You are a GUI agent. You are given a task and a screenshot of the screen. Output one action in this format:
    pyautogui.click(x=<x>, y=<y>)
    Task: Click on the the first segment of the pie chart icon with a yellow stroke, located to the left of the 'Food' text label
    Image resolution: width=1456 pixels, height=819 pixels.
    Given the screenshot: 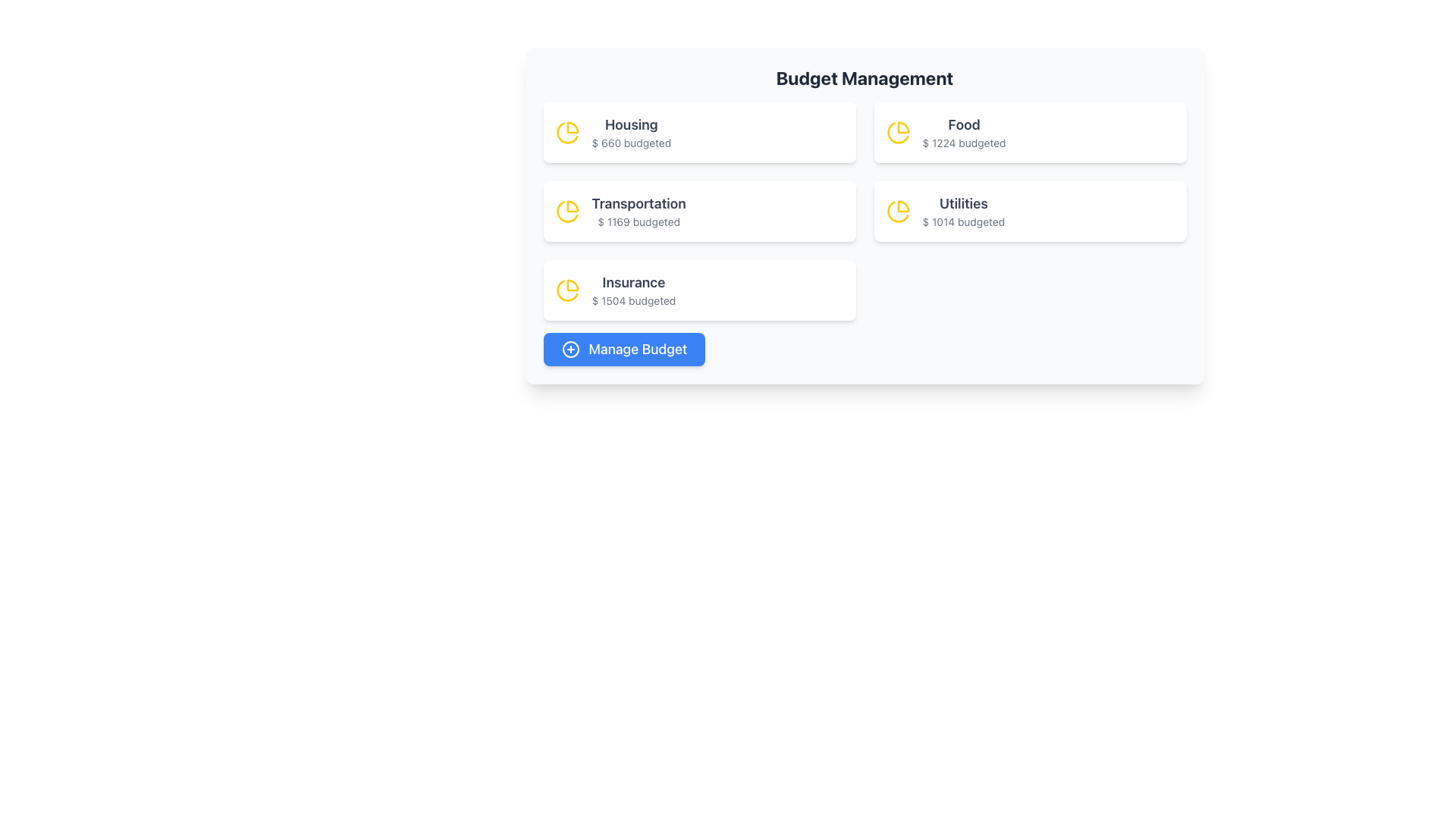 What is the action you would take?
    pyautogui.click(x=903, y=127)
    